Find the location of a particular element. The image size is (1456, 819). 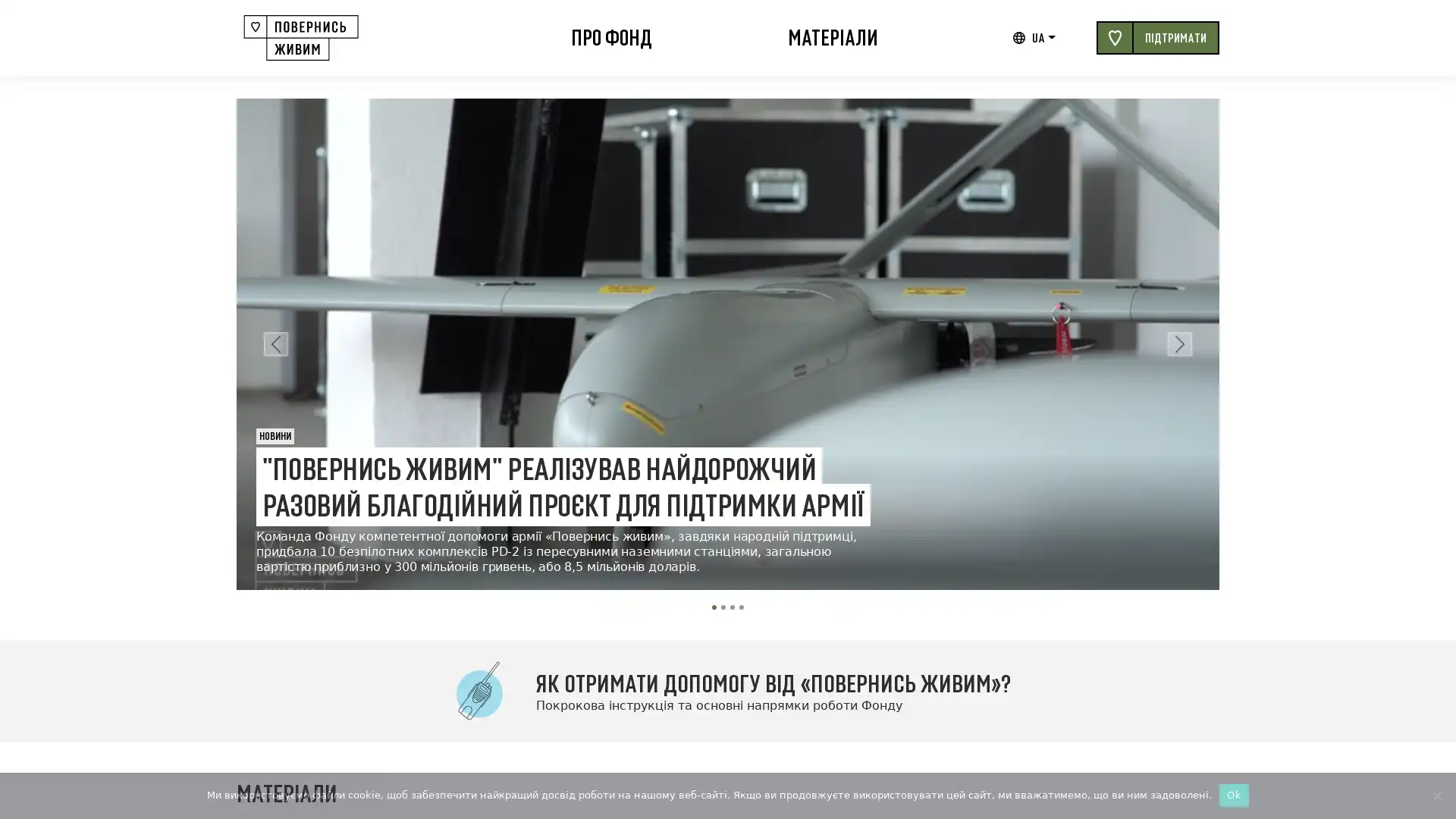

1 is located at coordinates (723, 607).